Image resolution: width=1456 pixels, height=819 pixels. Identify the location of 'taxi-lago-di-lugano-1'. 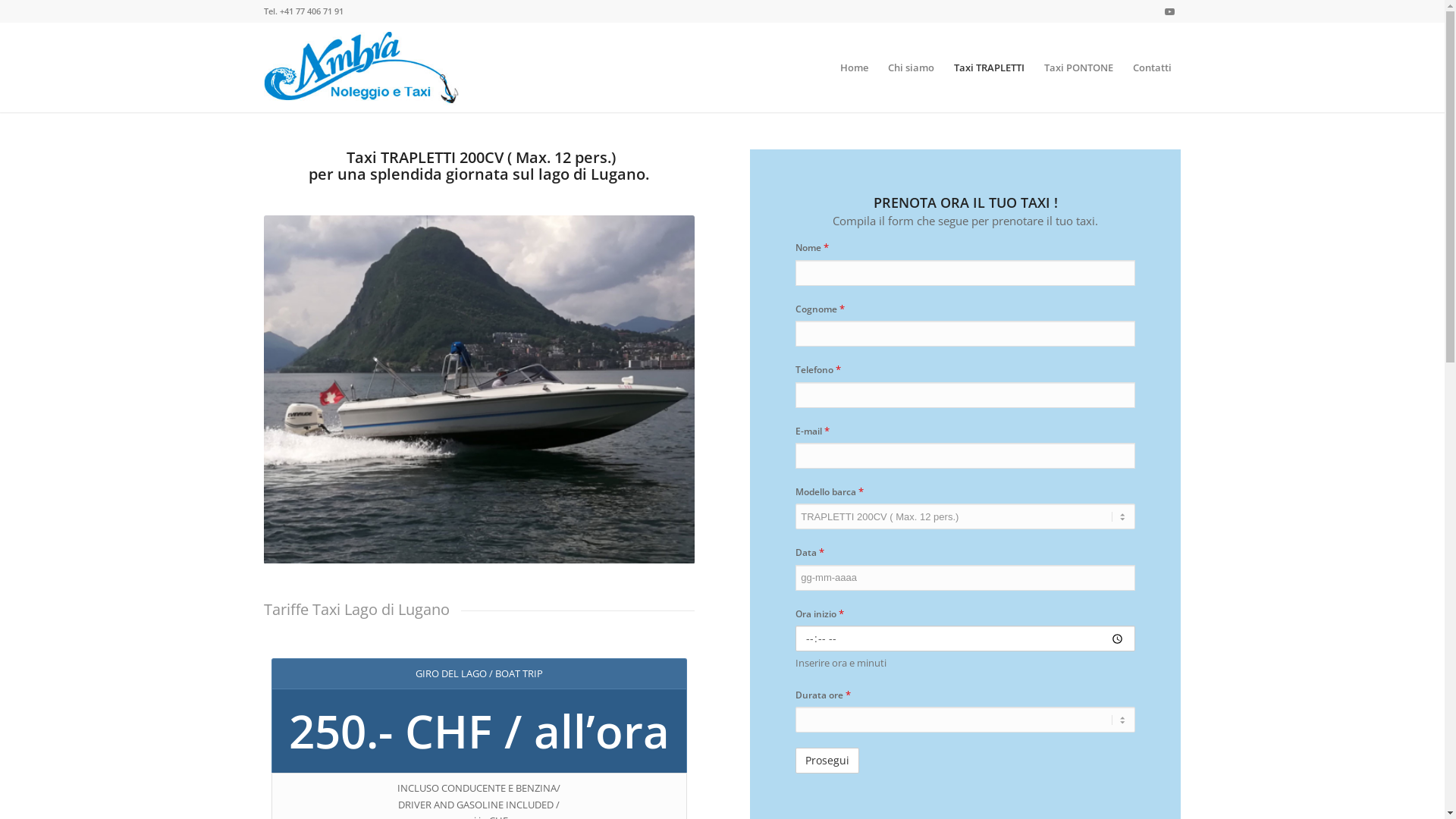
(479, 388).